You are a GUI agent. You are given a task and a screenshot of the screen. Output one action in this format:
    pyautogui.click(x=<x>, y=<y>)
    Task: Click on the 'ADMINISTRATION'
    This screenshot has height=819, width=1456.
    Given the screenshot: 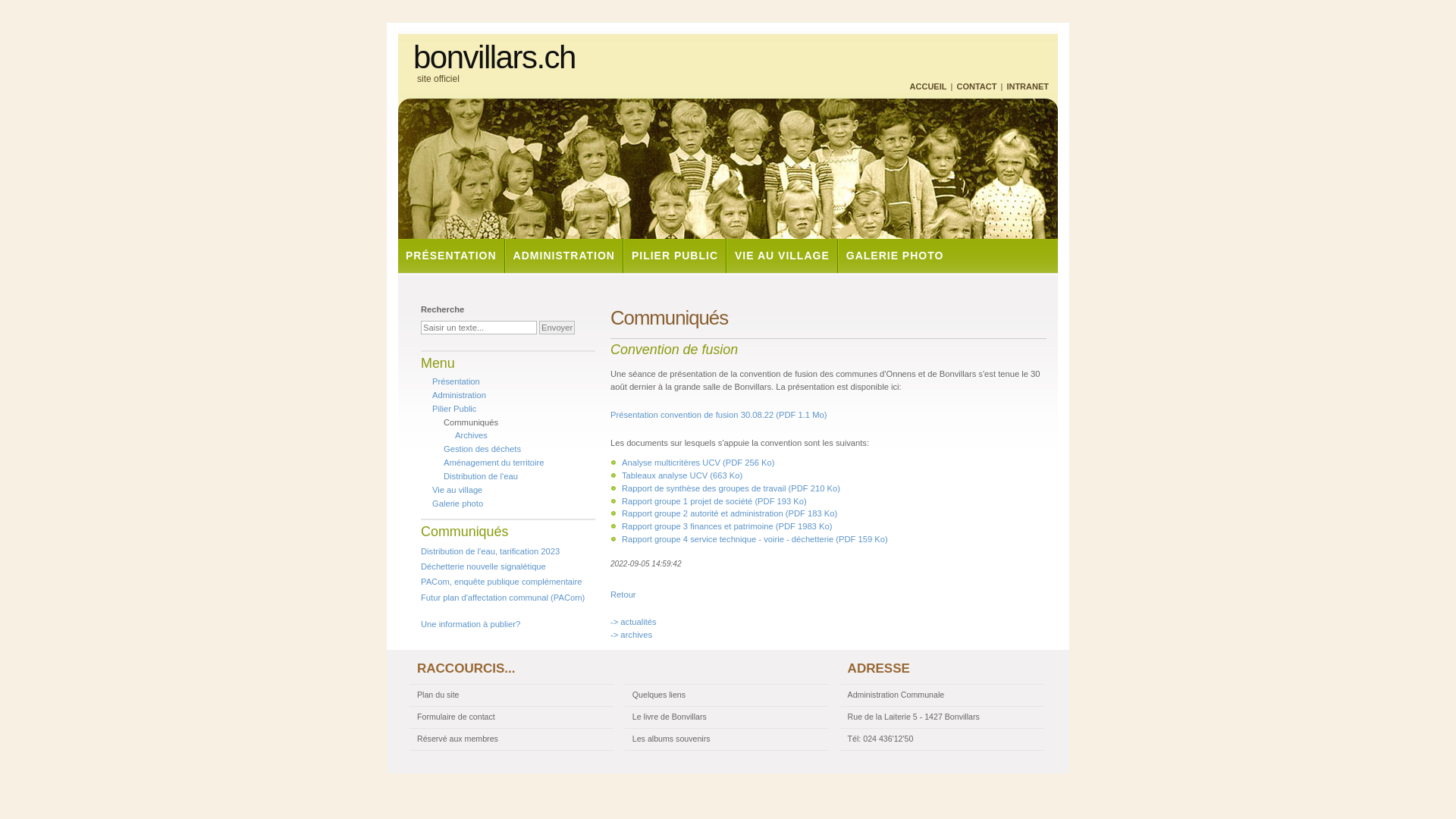 What is the action you would take?
    pyautogui.click(x=563, y=255)
    